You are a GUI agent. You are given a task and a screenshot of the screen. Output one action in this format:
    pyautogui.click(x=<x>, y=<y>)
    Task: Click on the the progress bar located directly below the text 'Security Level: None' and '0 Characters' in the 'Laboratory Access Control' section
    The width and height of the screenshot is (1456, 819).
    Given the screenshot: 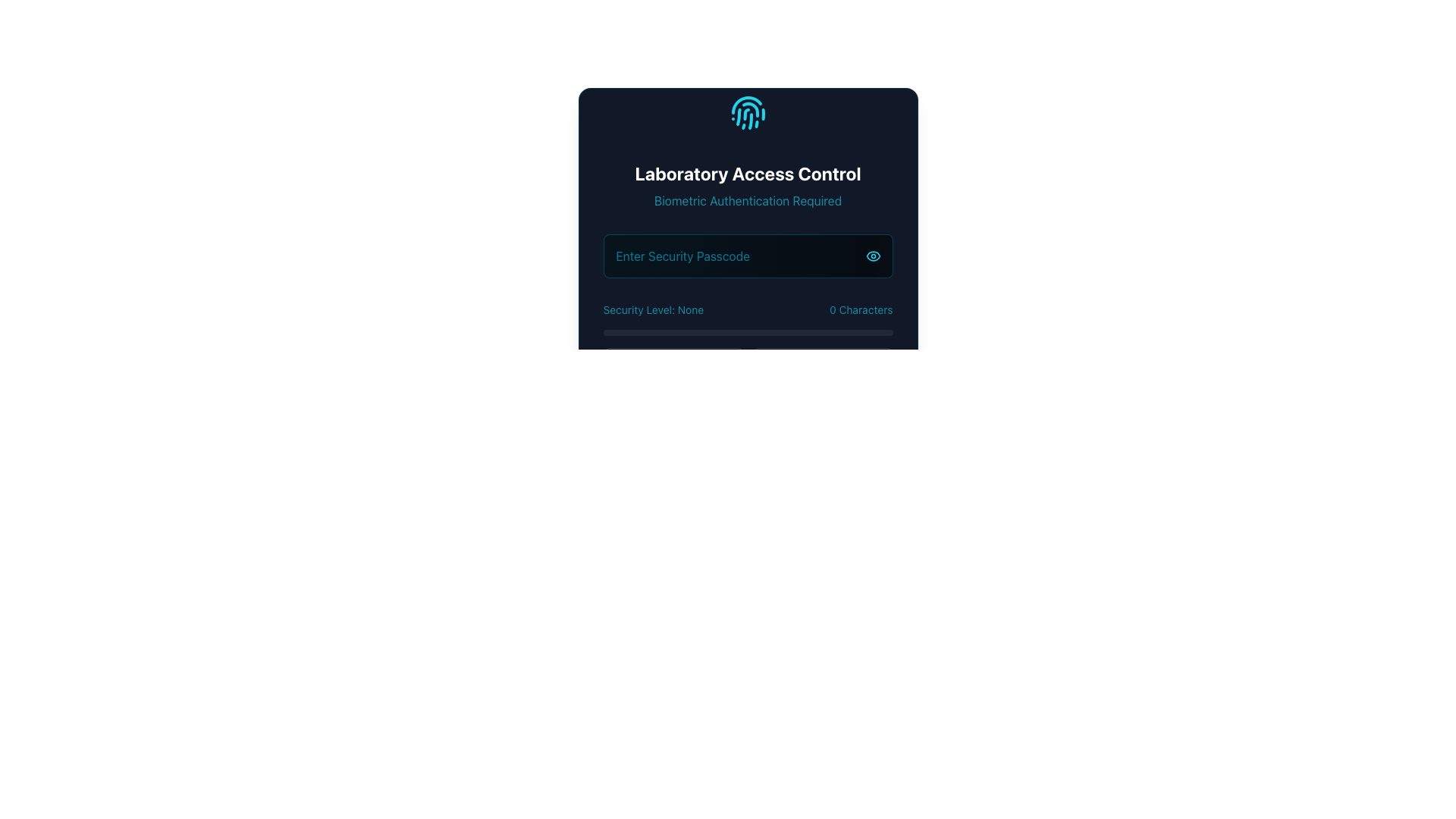 What is the action you would take?
    pyautogui.click(x=748, y=332)
    